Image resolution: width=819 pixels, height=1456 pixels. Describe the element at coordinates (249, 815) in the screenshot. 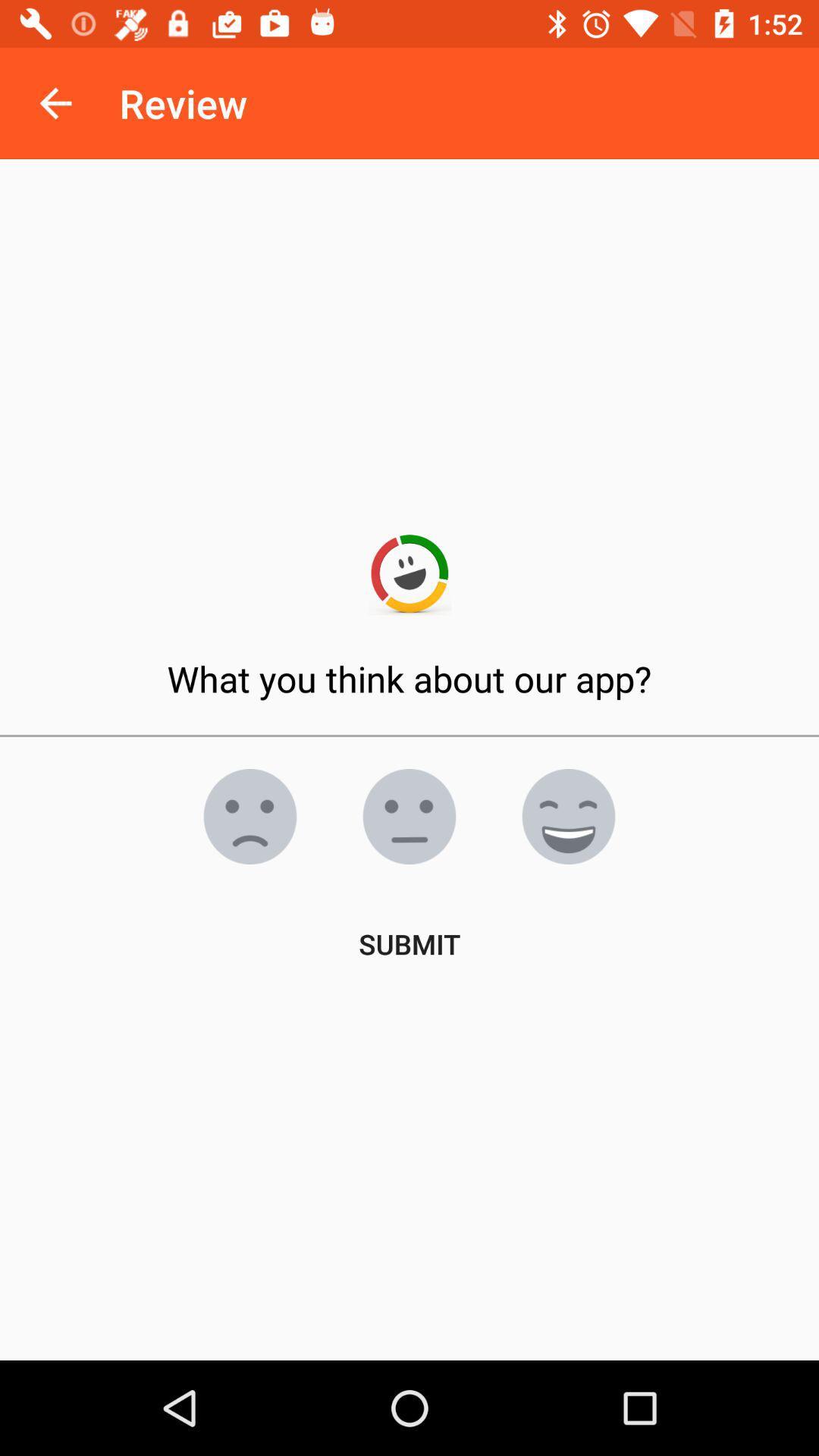

I see `negative review` at that location.